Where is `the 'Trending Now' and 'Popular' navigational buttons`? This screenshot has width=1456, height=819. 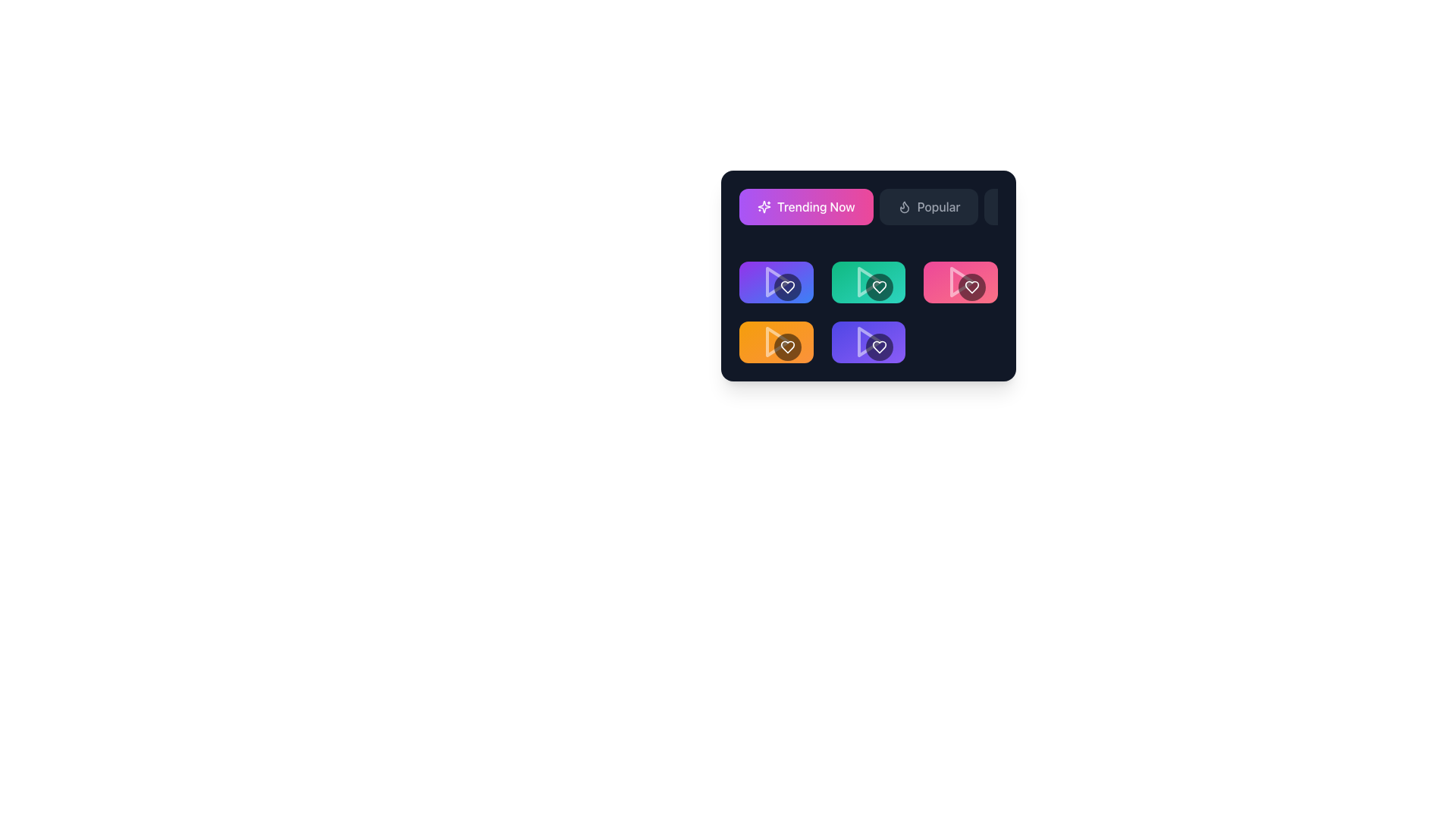 the 'Trending Now' and 'Popular' navigational buttons is located at coordinates (868, 213).